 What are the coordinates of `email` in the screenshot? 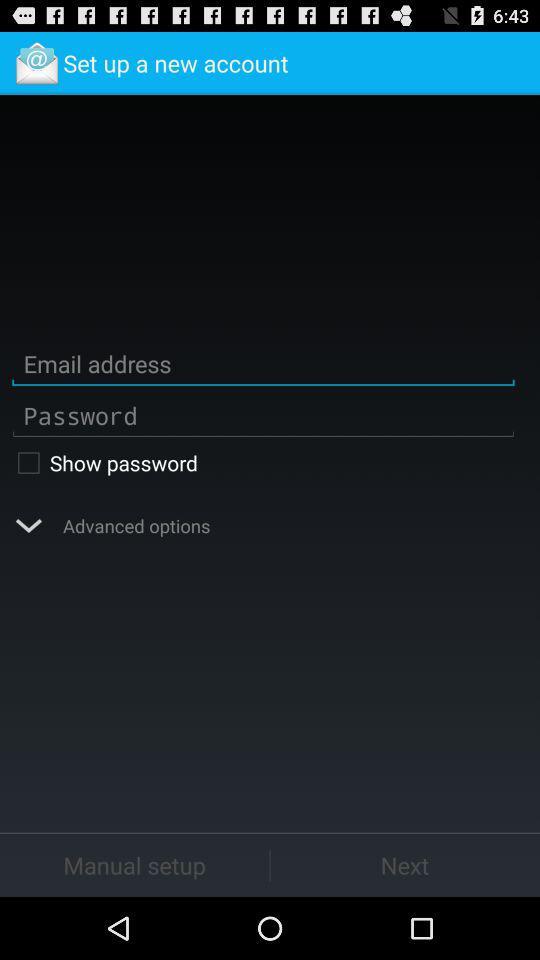 It's located at (263, 363).